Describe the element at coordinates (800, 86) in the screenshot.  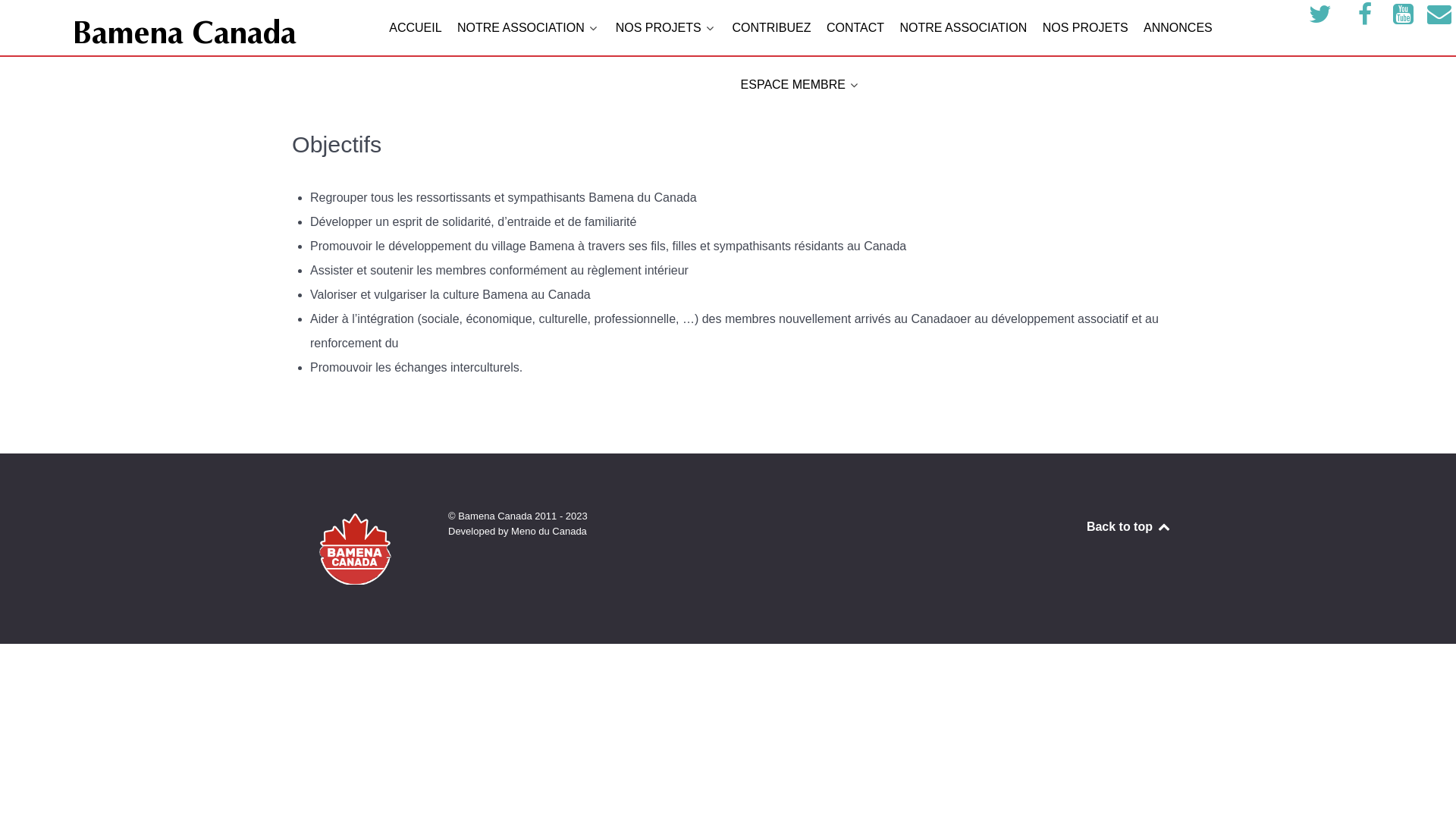
I see `'ESPACE MEMBRE'` at that location.